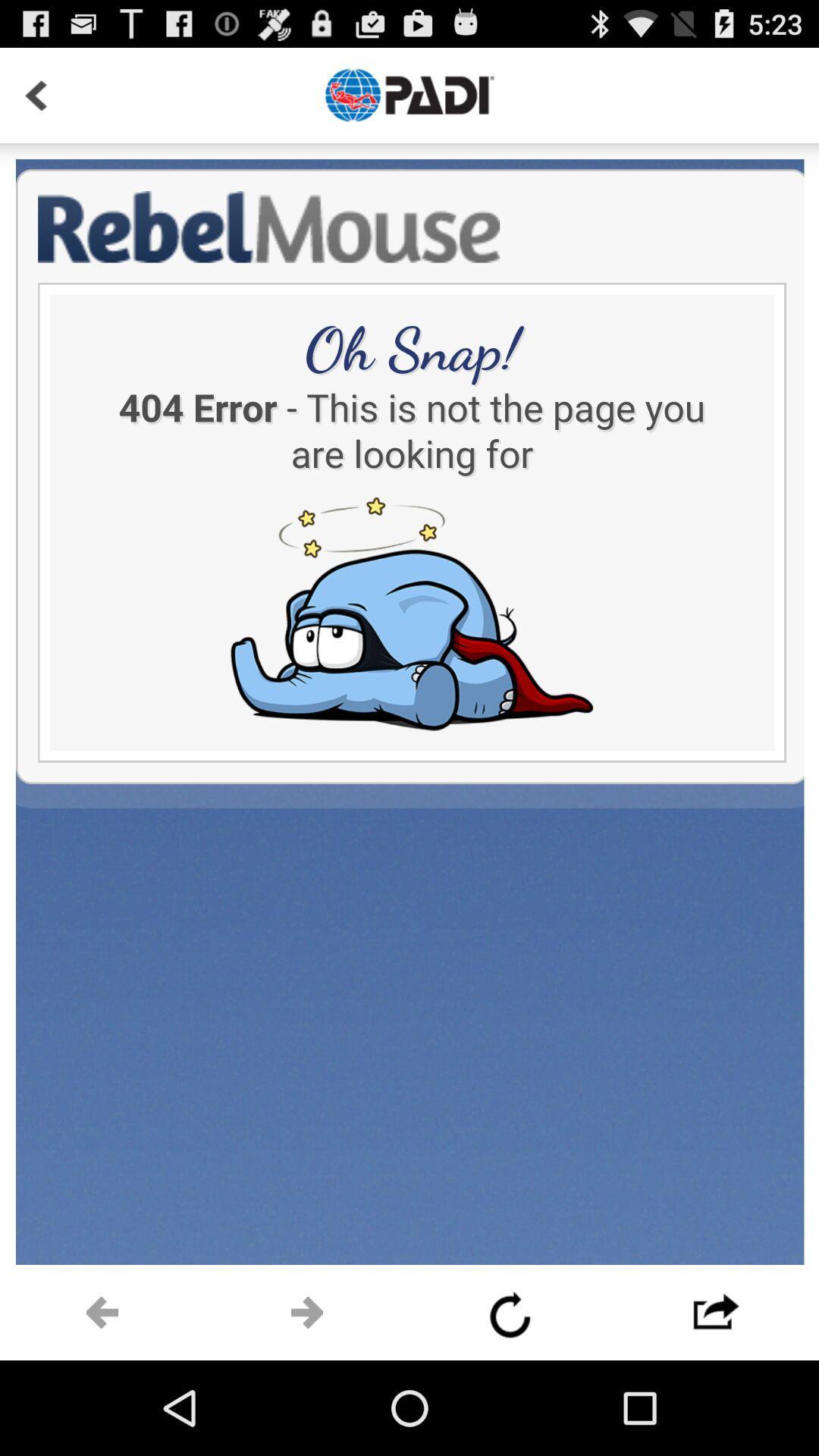 The width and height of the screenshot is (819, 1456). Describe the element at coordinates (102, 1312) in the screenshot. I see `next` at that location.